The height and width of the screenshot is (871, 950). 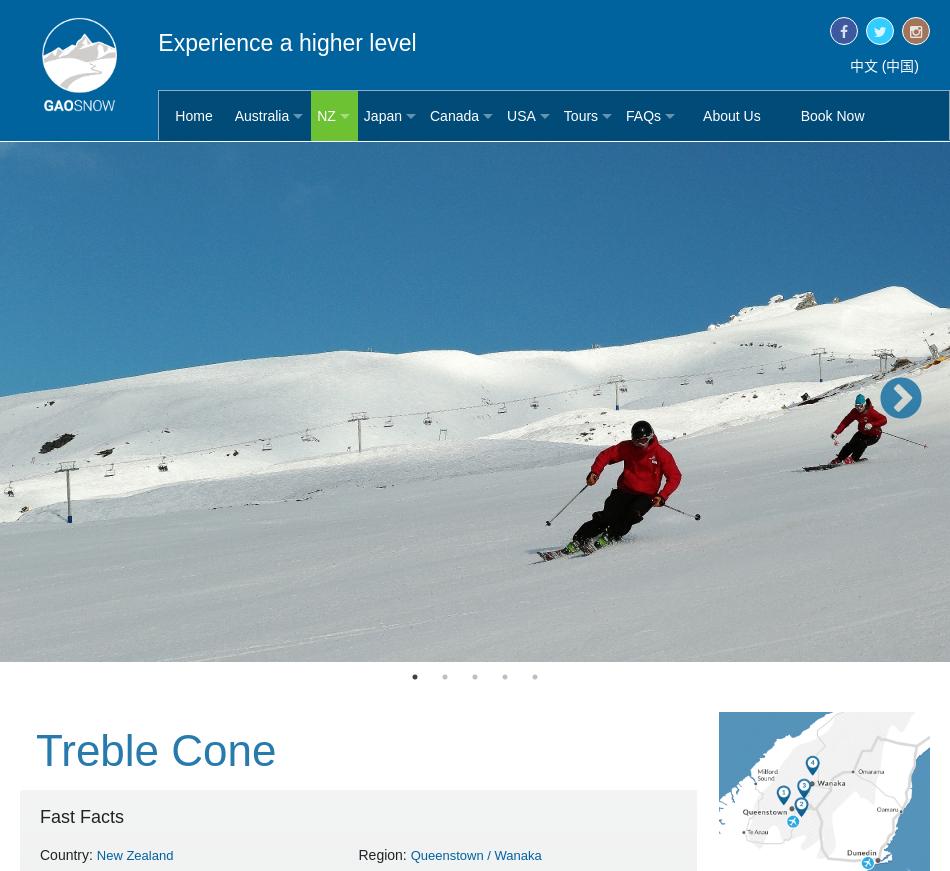 What do you see at coordinates (157, 42) in the screenshot?
I see `'Experience a higher level'` at bounding box center [157, 42].